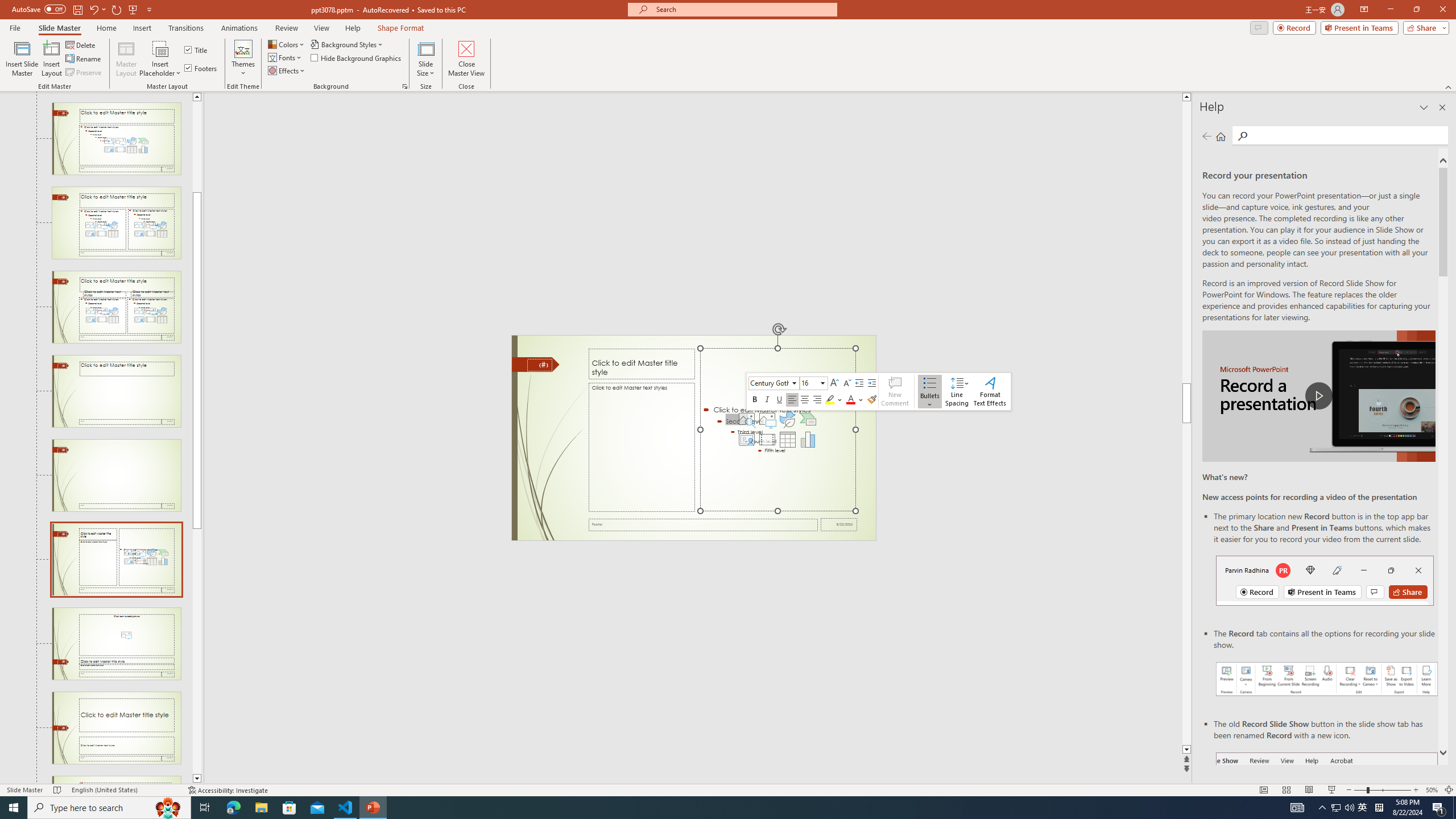 This screenshot has width=1456, height=819. Describe the element at coordinates (126, 59) in the screenshot. I see `'Master Layout...'` at that location.